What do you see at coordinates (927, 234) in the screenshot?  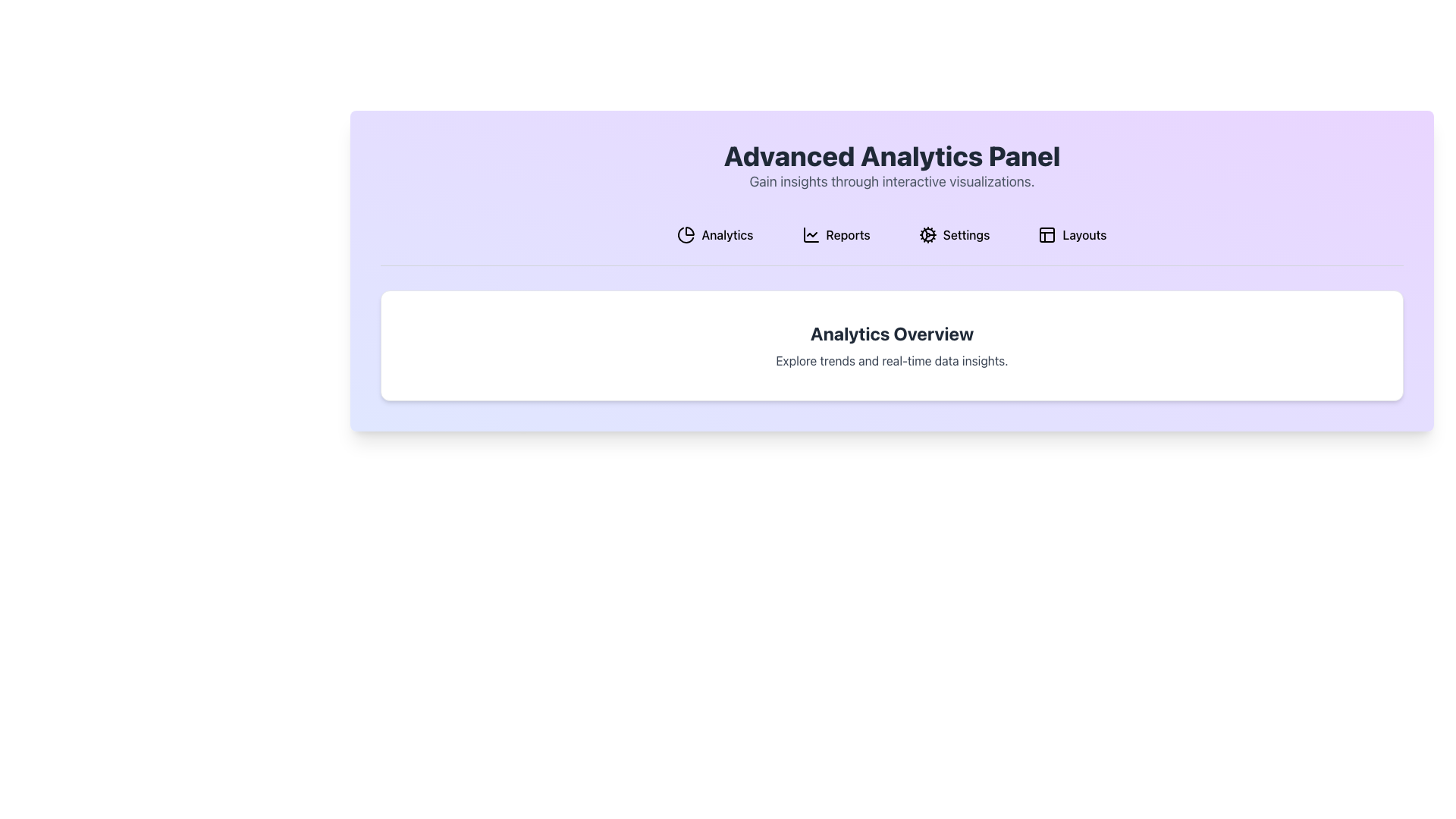 I see `the cogwheel SVG icon that is part of the 'Settings' button located in the navigation bar below the header 'Advanced Analytics Panel'` at bounding box center [927, 234].